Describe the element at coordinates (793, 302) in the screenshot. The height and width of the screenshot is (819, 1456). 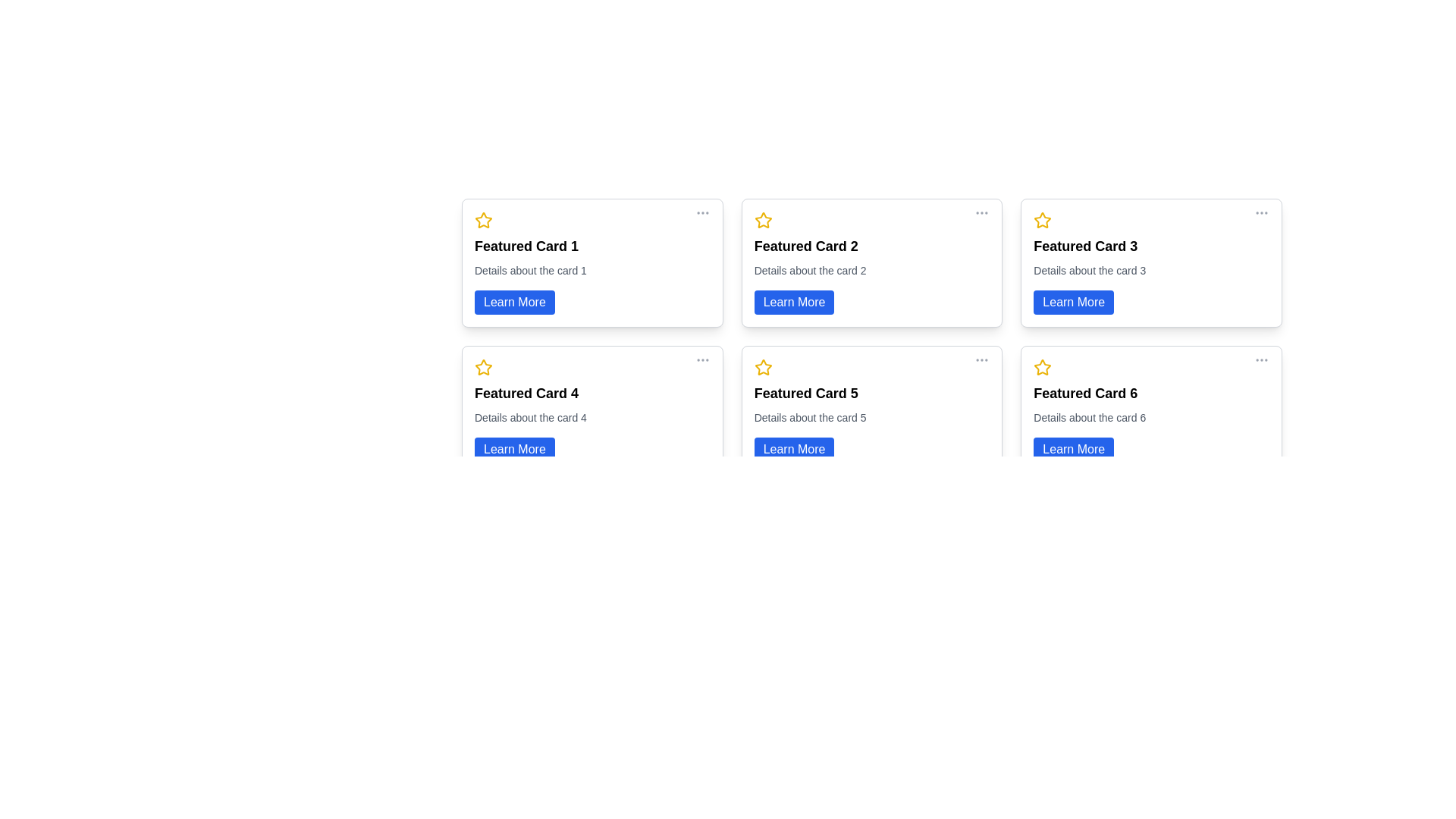
I see `the button located at the bottom of 'Featured Card 2'` at that location.